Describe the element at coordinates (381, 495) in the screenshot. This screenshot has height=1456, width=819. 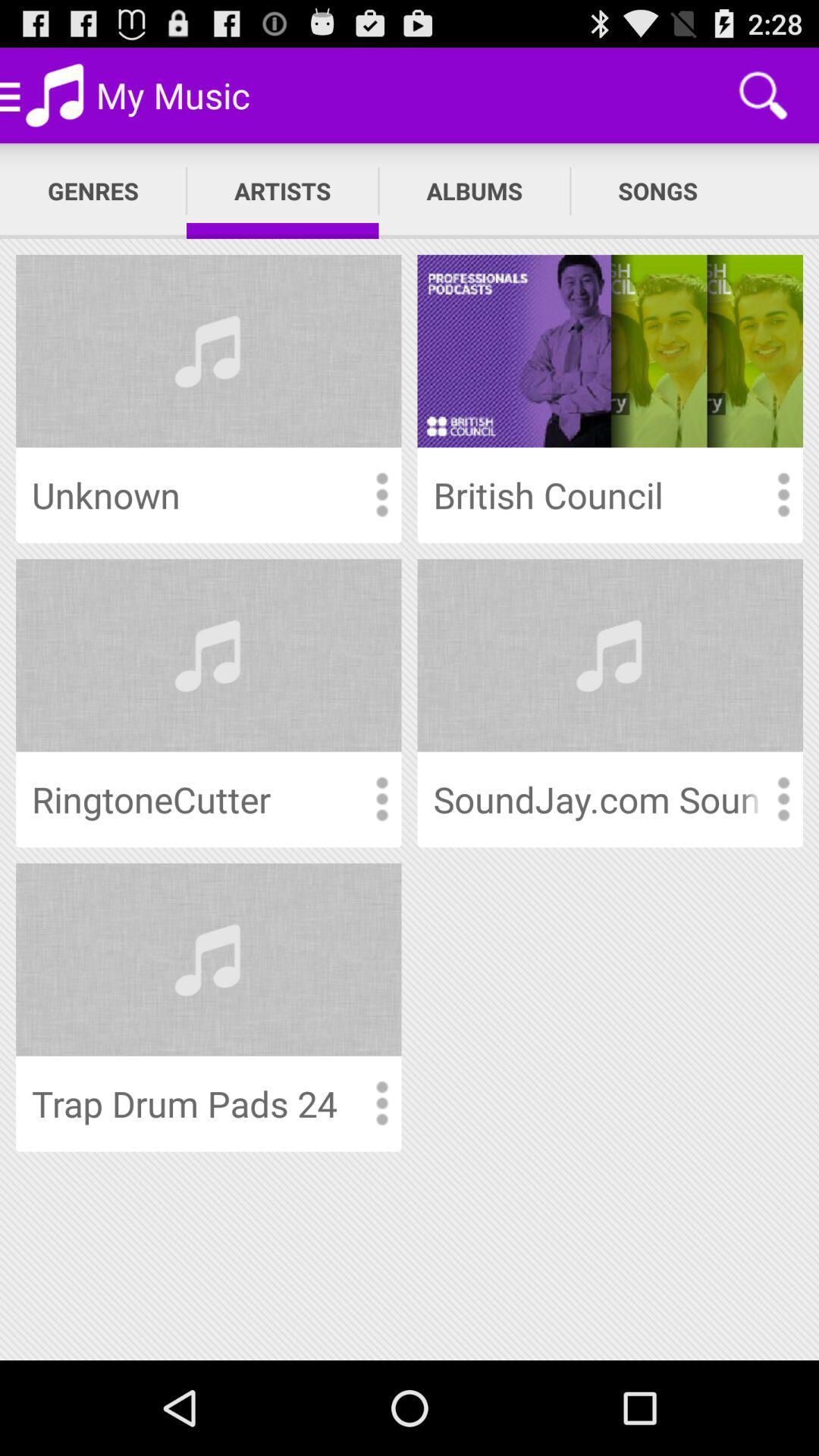
I see `item menu` at that location.